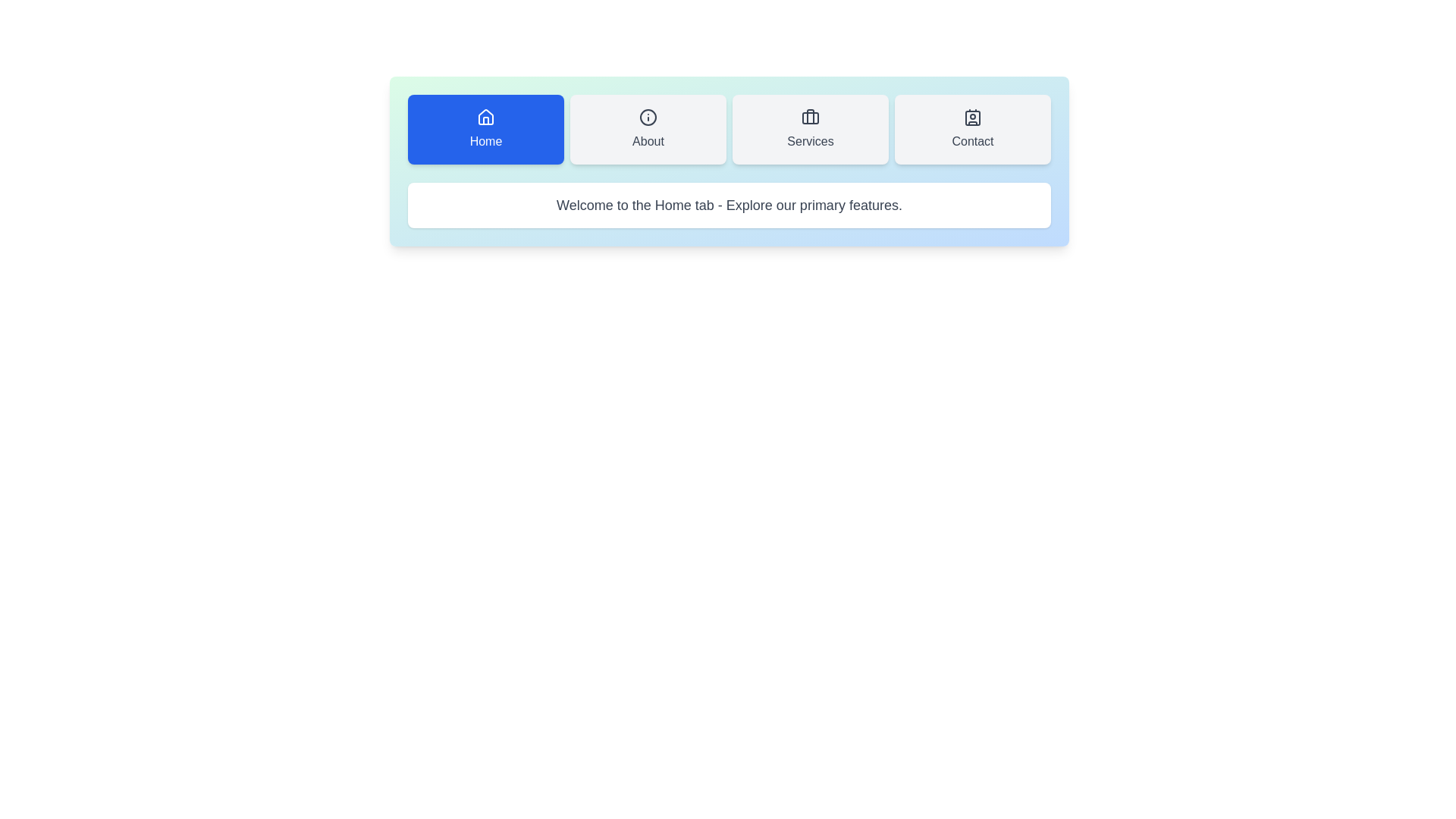 The image size is (1456, 819). Describe the element at coordinates (486, 141) in the screenshot. I see `the 'Home' text label, which is the first button on the far left of the navigation bar containing similar buttons like 'About', 'Services', and 'Contact'` at that location.